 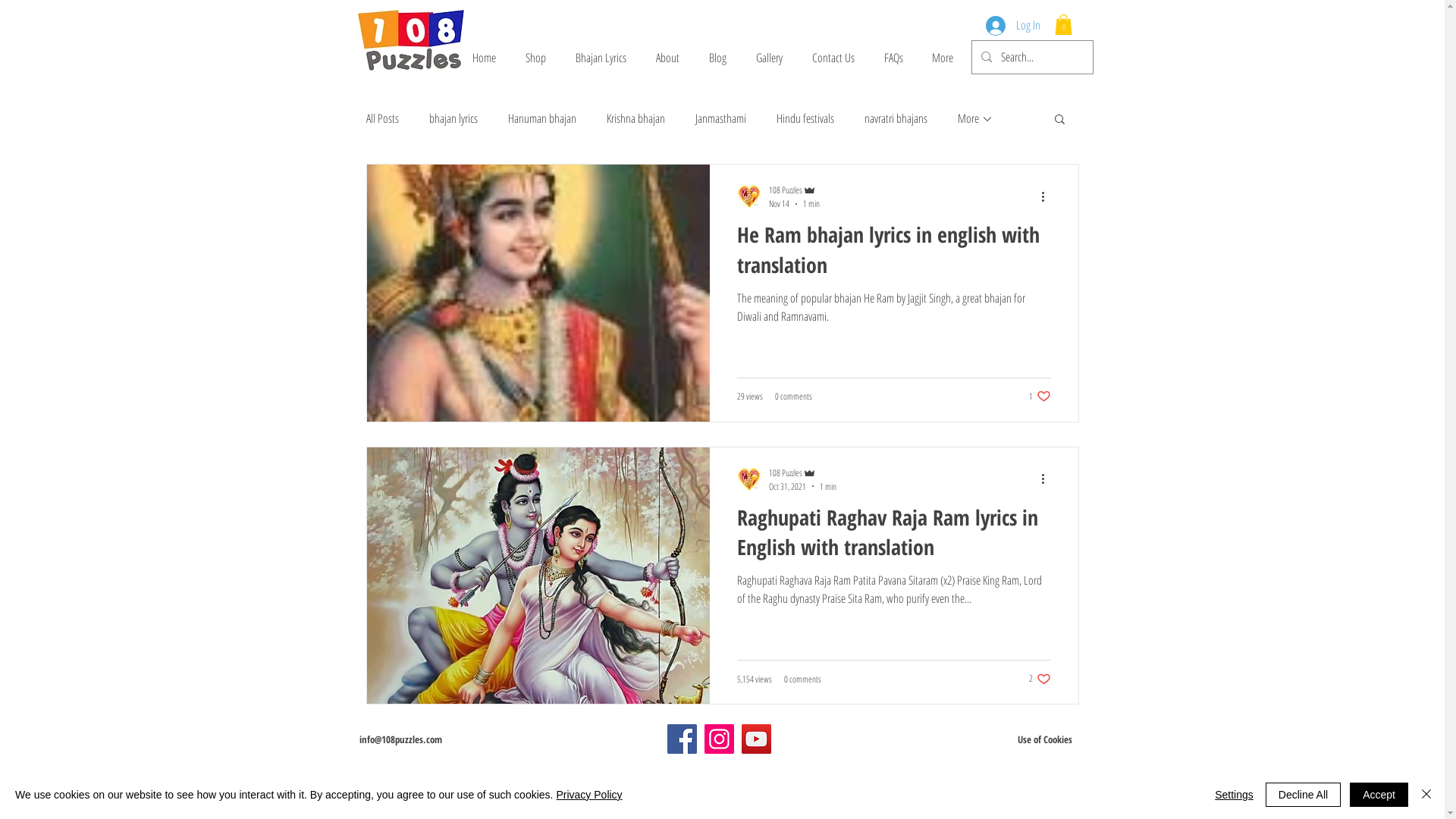 What do you see at coordinates (381, 117) in the screenshot?
I see `'All Posts'` at bounding box center [381, 117].